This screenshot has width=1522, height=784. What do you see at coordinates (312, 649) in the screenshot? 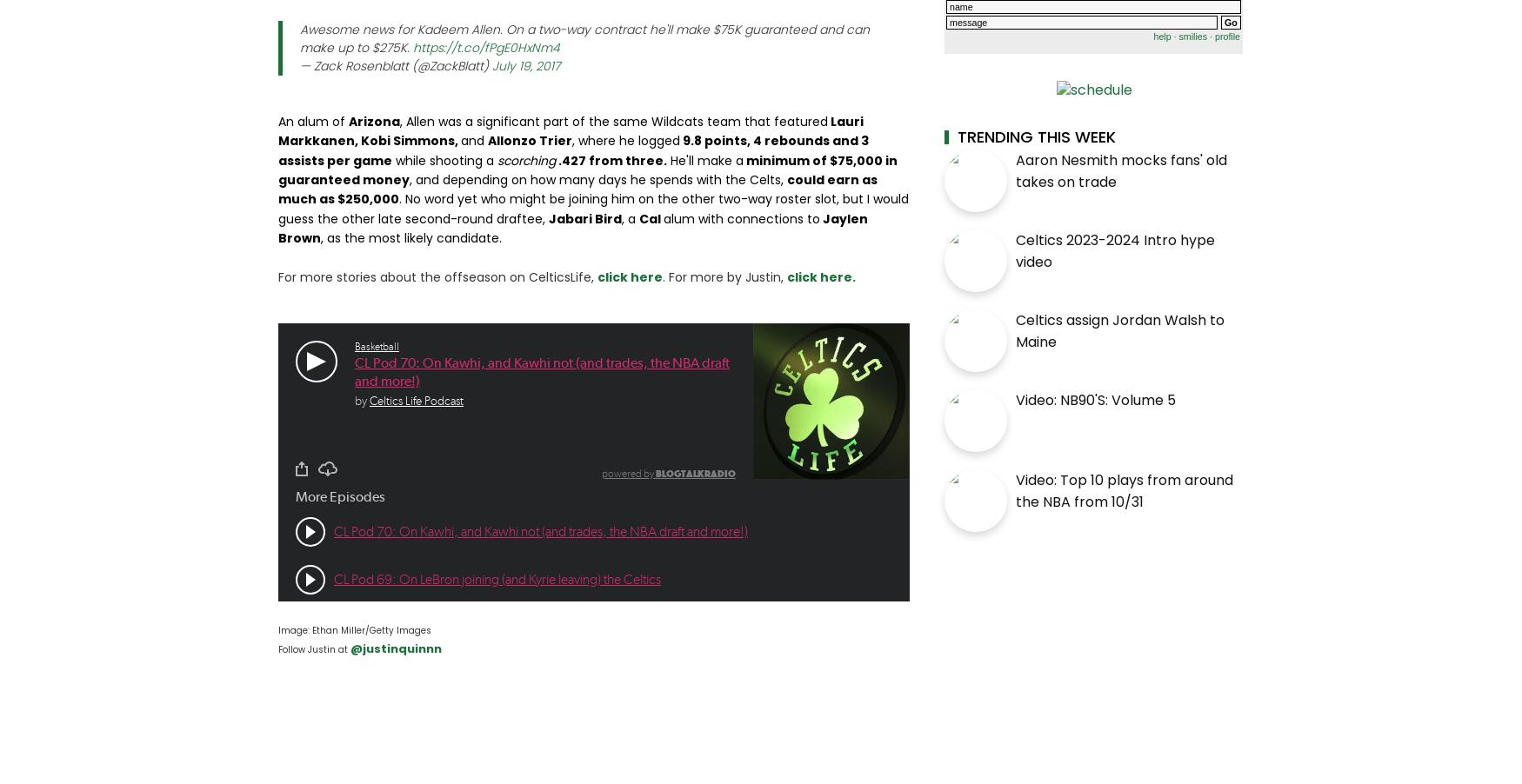
I see `'Follow Justin at'` at bounding box center [312, 649].